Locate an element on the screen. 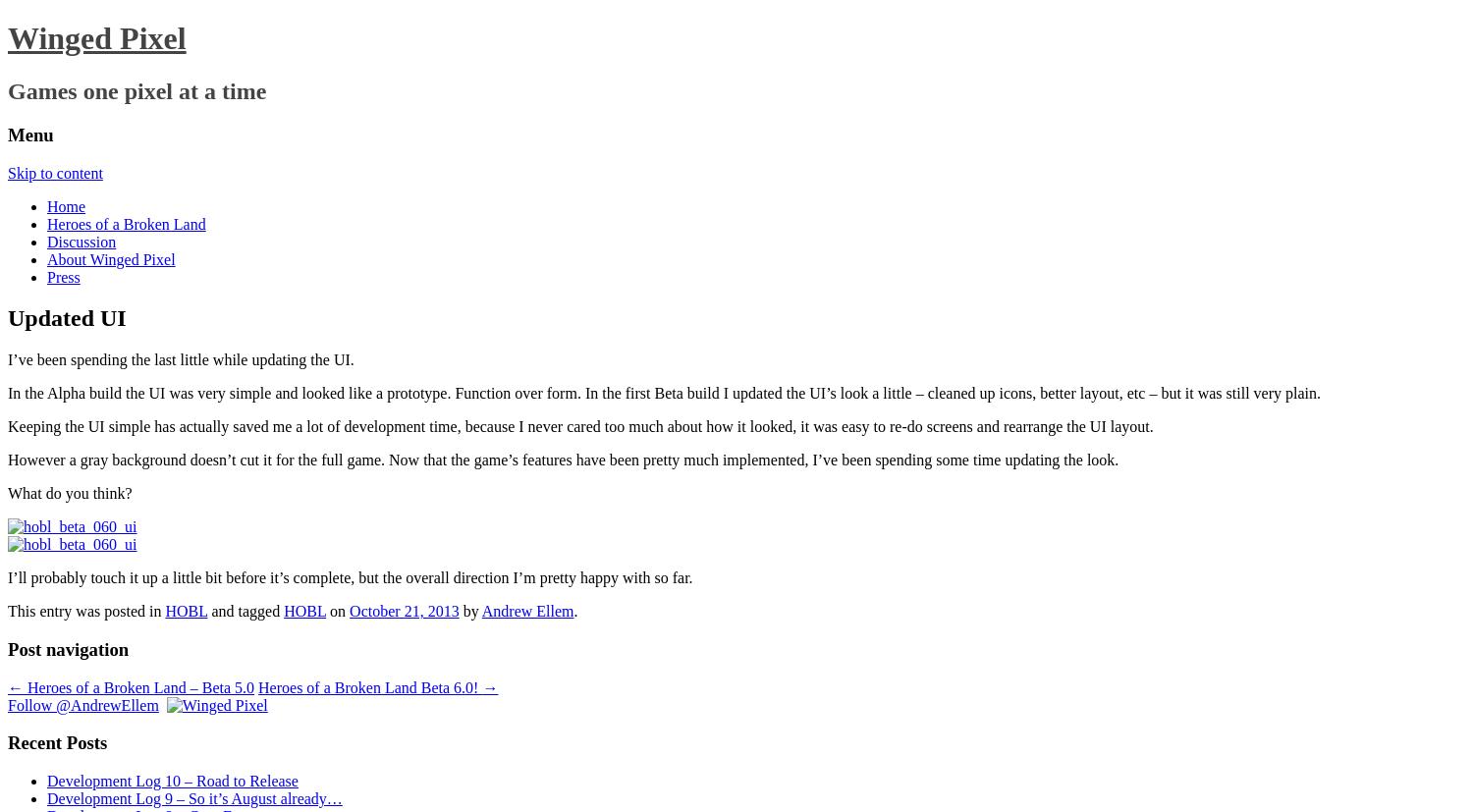 Image resolution: width=1473 pixels, height=812 pixels. 'Keeping the UI simple has actually saved me a lot of development time, because I never cared too much about how it looked, it was easy to re-do screens and rearrange the UI layout.' is located at coordinates (579, 425).